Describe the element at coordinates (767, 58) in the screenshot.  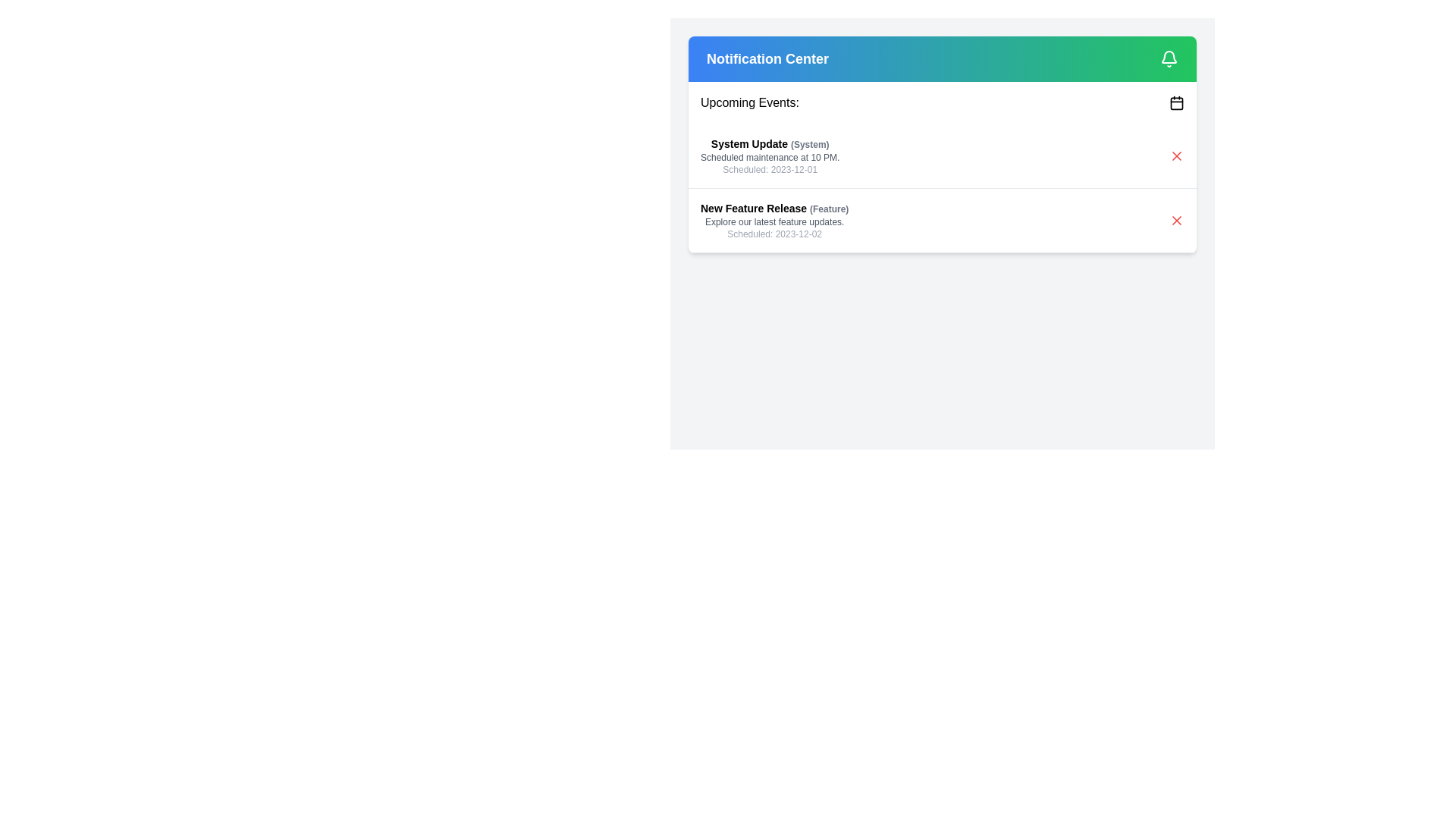
I see `text label displaying 'Notification Center' which is white and bold, centrally positioned in the gradient header section` at that location.